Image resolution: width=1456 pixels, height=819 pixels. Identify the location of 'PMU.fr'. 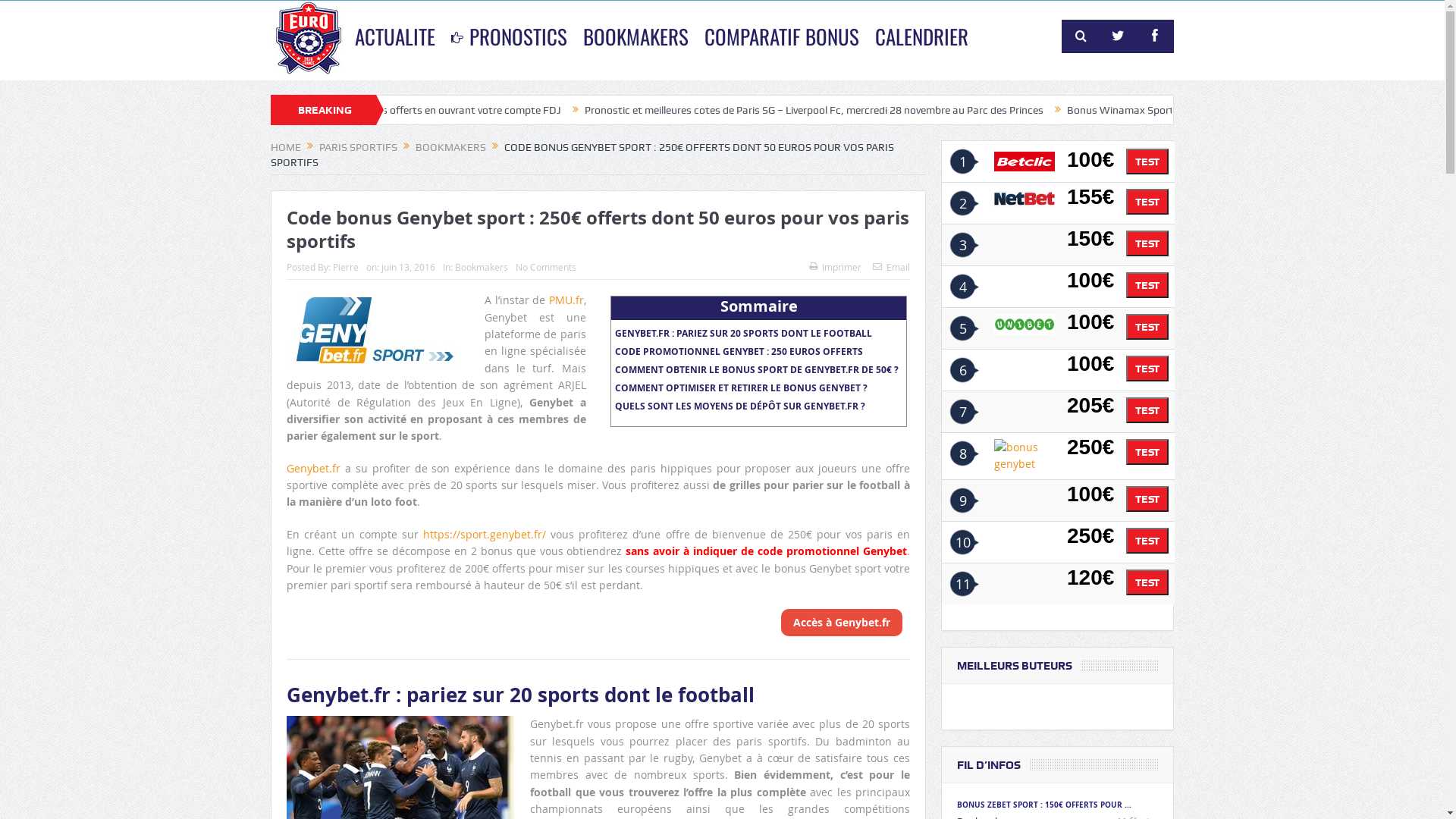
(566, 300).